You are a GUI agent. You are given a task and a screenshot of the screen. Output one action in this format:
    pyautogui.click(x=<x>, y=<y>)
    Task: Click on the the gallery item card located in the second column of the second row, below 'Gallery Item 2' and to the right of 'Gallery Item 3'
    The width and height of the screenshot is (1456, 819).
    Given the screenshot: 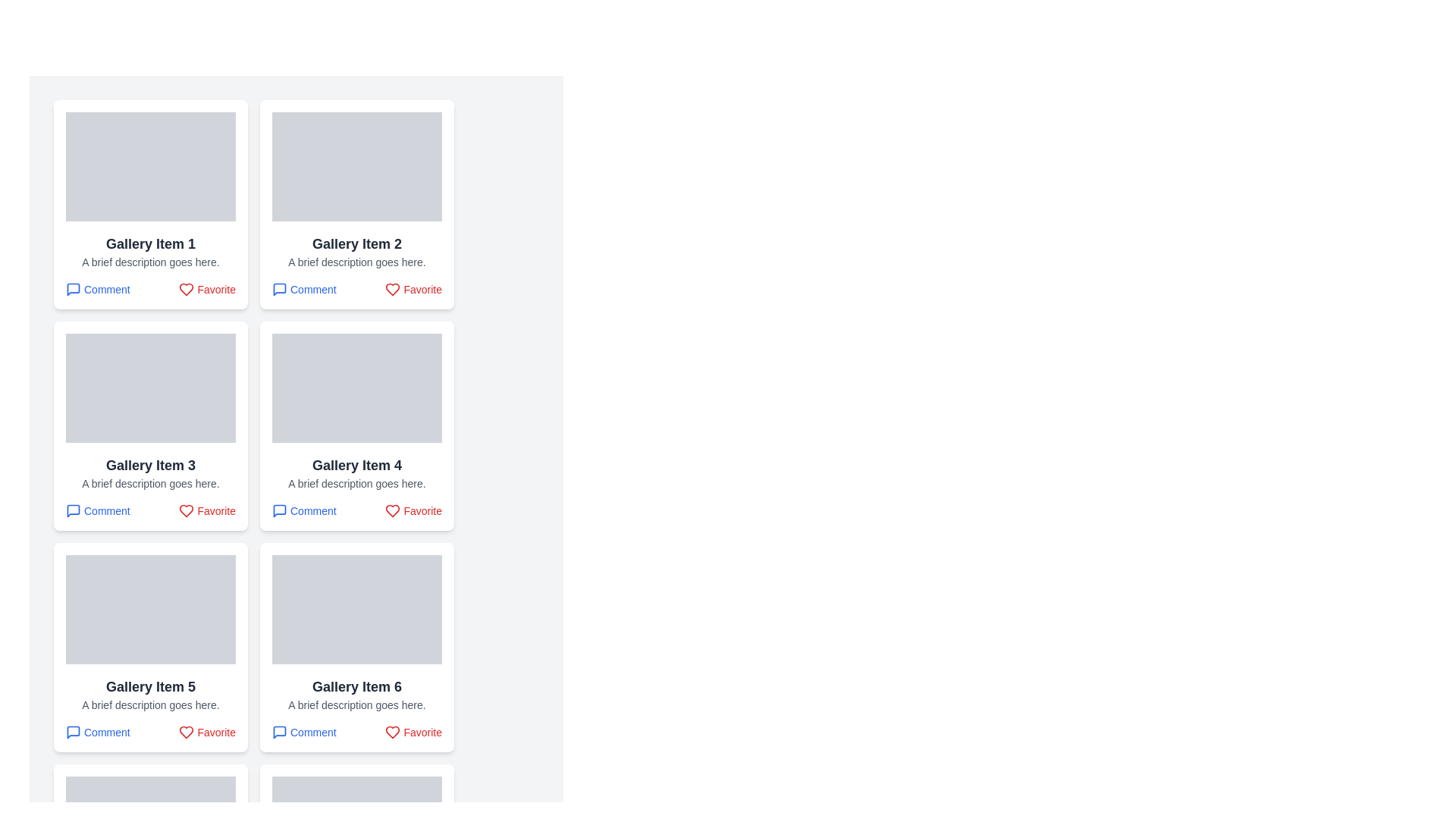 What is the action you would take?
    pyautogui.click(x=356, y=426)
    